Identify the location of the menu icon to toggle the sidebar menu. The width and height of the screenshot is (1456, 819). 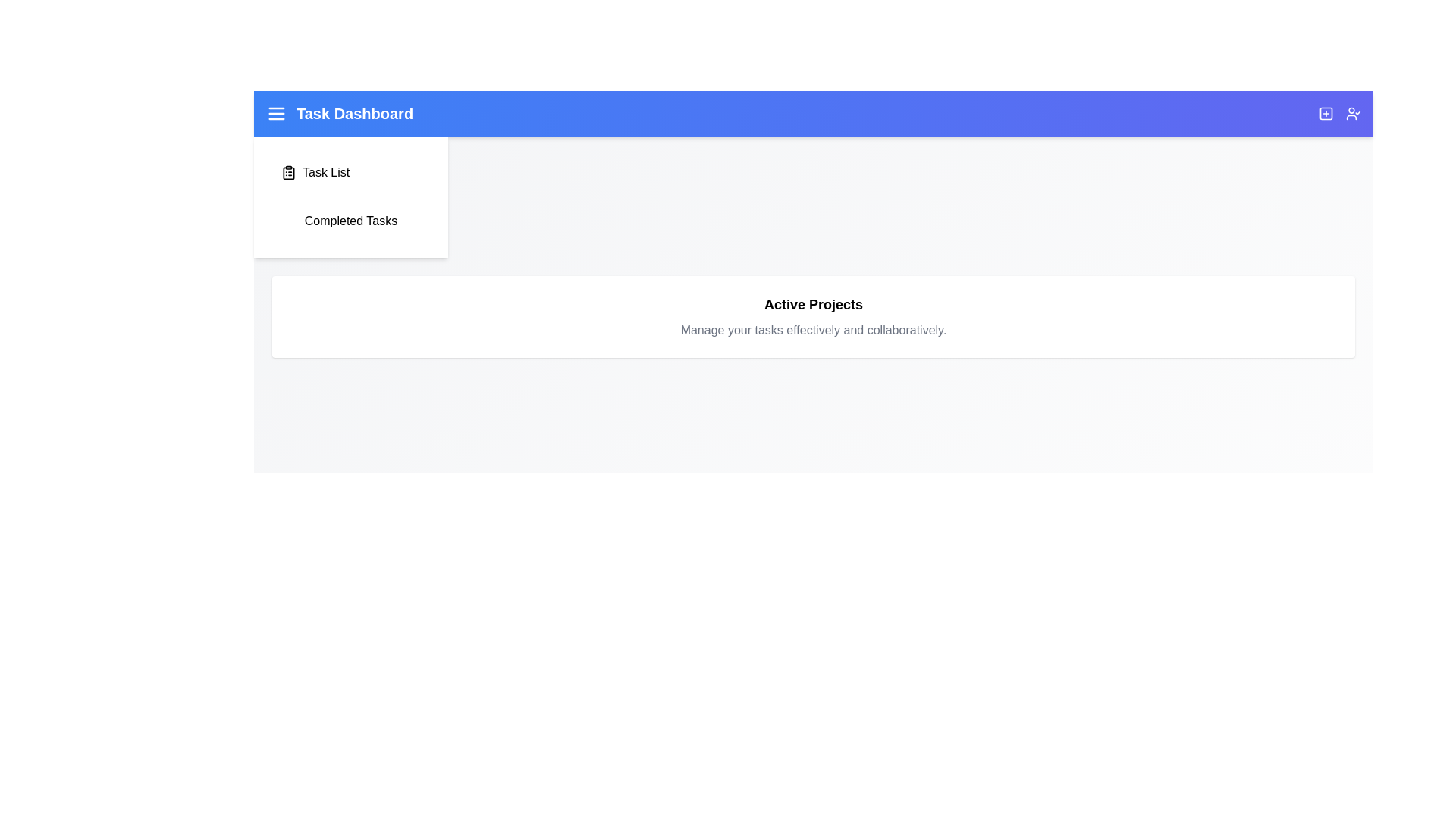
(276, 113).